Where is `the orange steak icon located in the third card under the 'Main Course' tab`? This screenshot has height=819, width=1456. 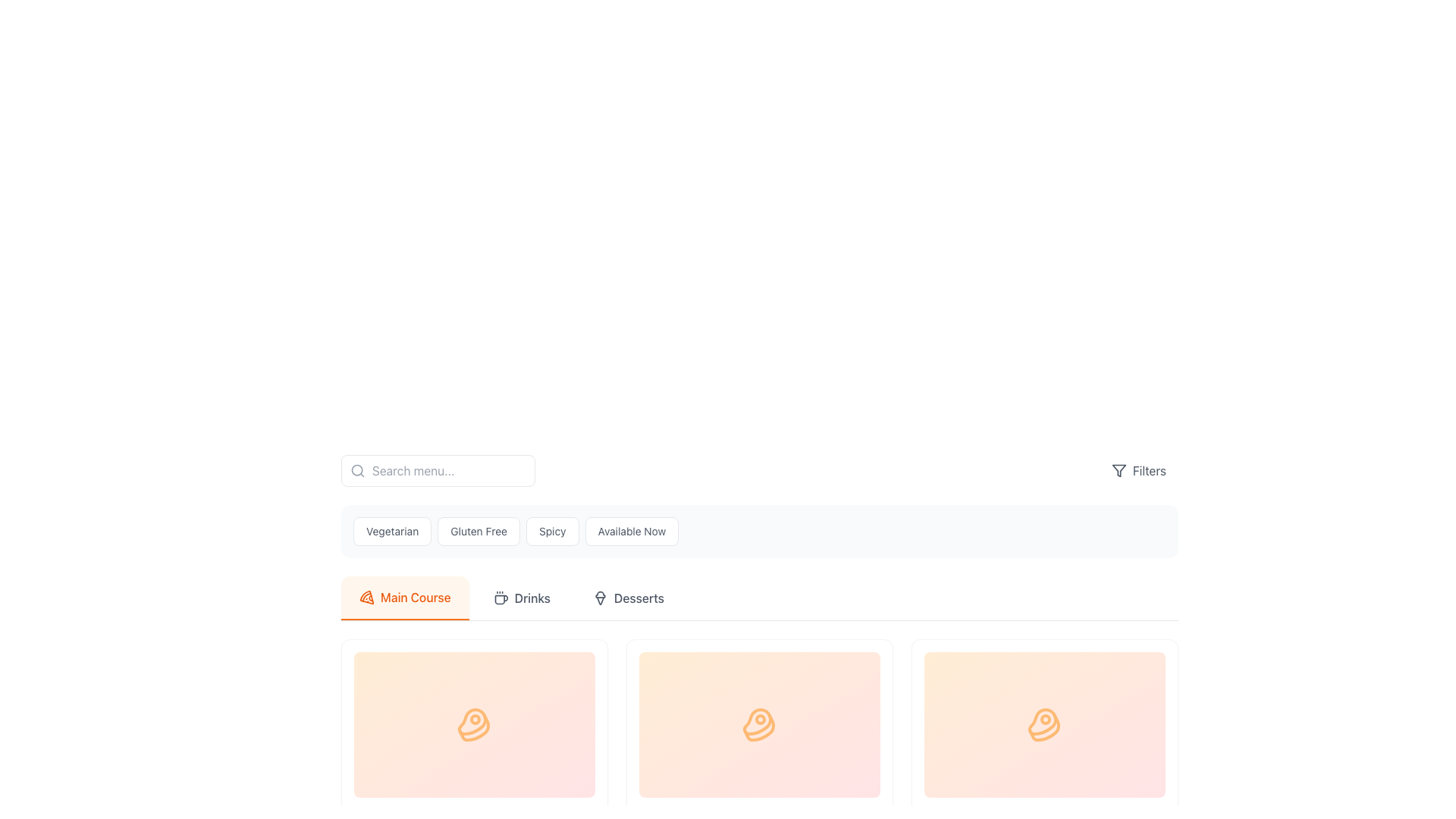
the orange steak icon located in the third card under the 'Main Course' tab is located at coordinates (1043, 724).